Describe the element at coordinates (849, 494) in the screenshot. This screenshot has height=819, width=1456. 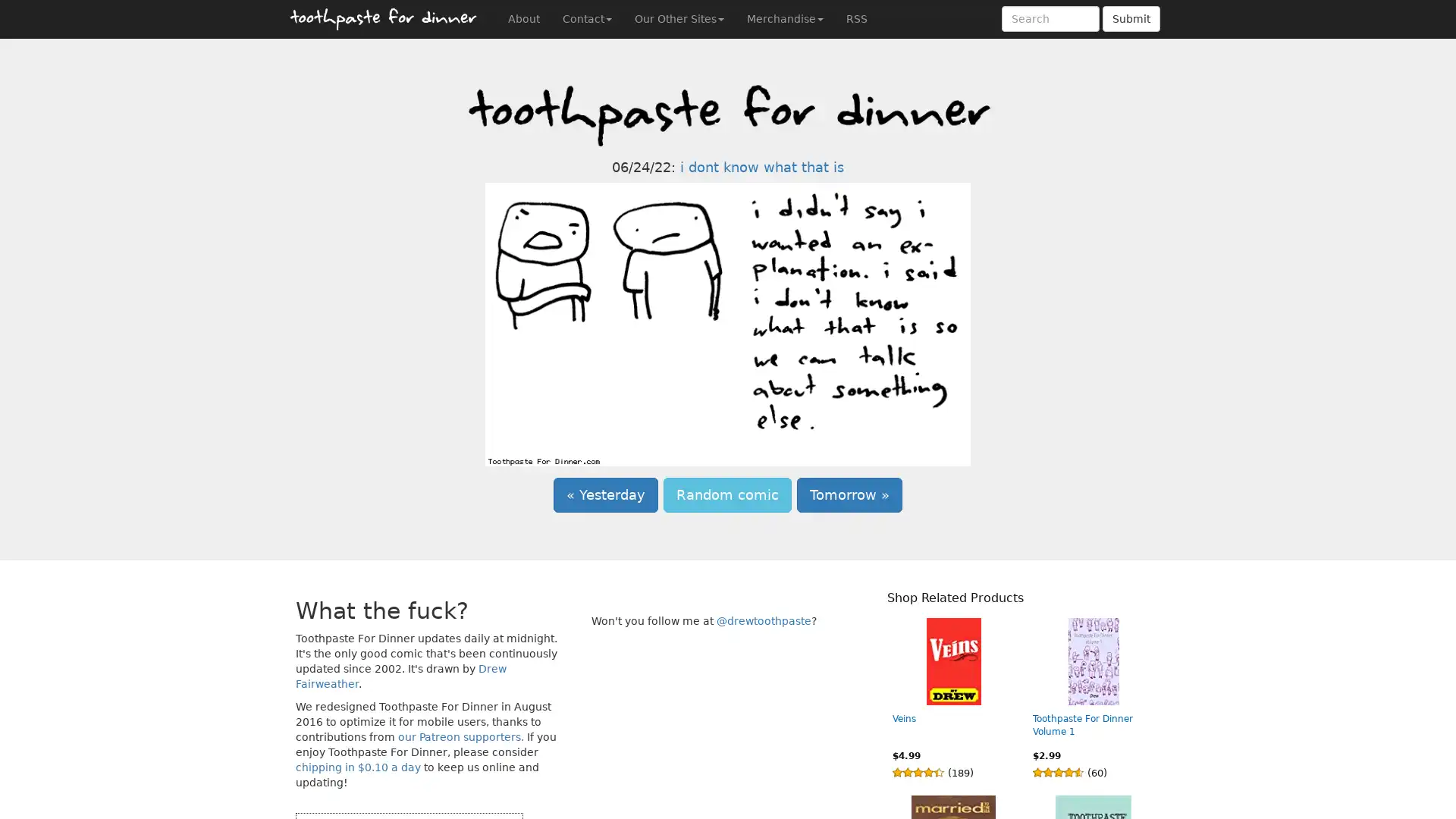
I see `Tomorrow` at that location.